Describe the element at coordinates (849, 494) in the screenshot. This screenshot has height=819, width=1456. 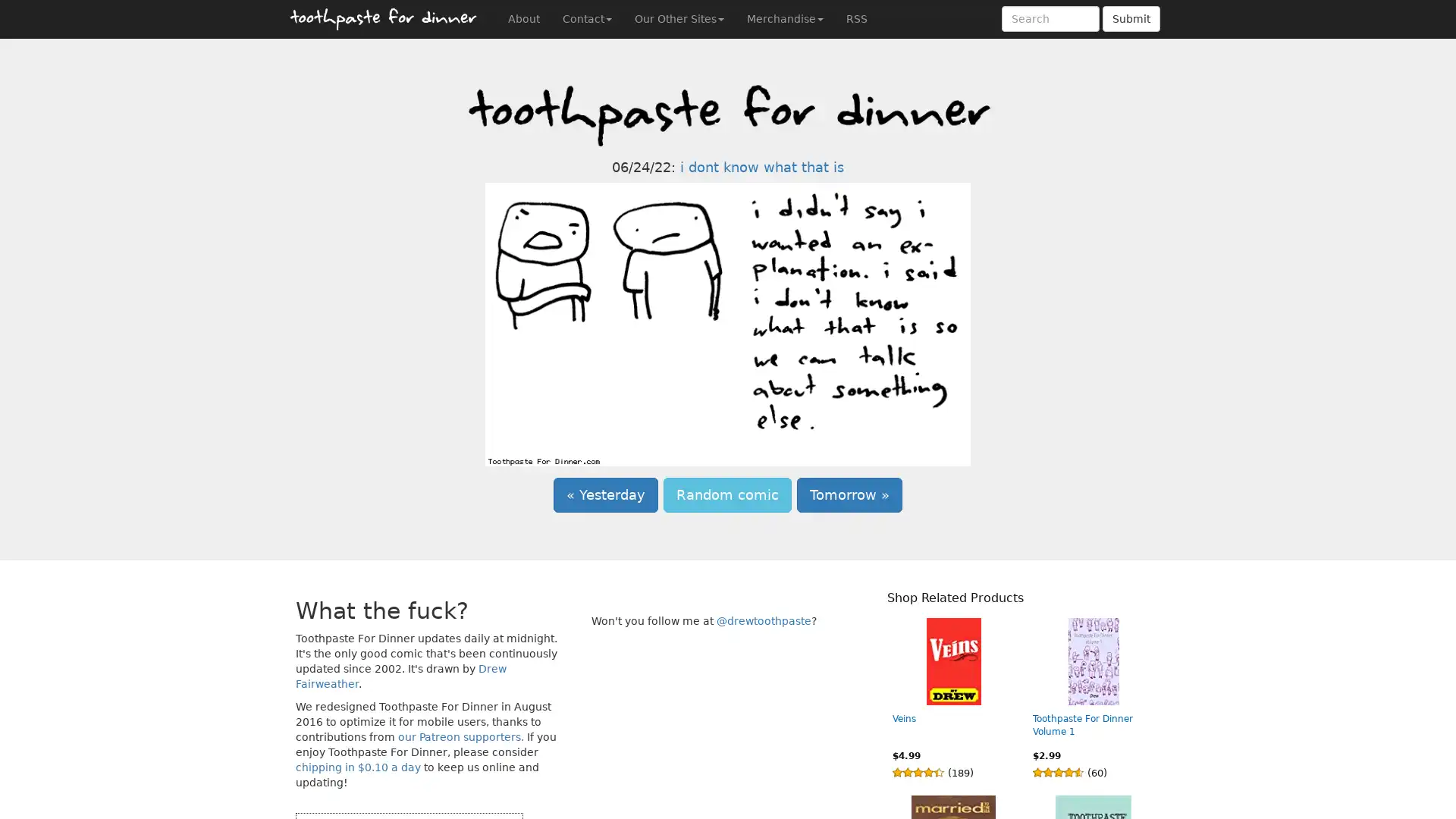
I see `Tomorrow` at that location.